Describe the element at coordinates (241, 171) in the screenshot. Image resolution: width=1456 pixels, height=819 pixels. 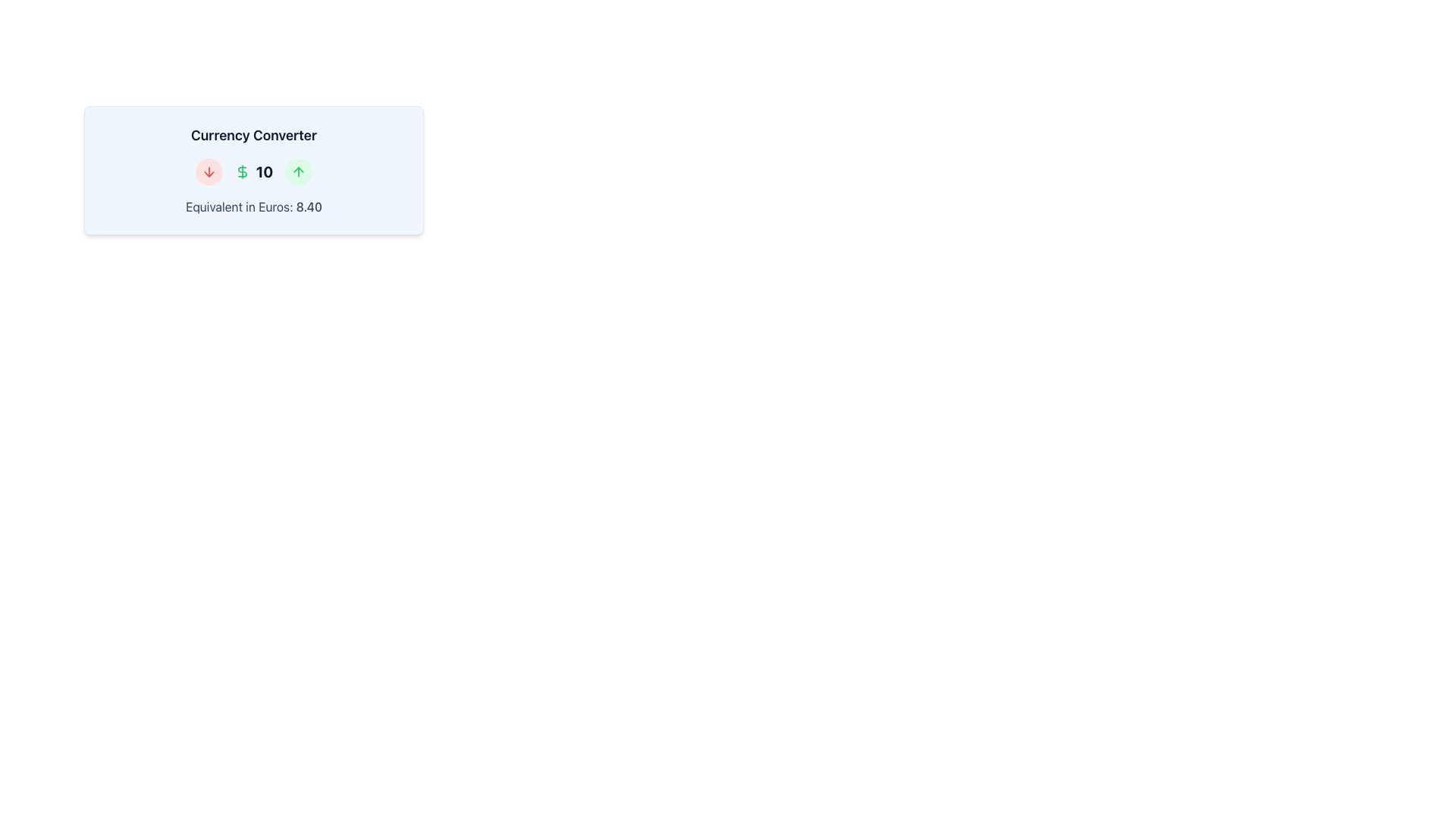
I see `the monetary value icon located to the left of the number '10' in the center of the card-like component` at that location.